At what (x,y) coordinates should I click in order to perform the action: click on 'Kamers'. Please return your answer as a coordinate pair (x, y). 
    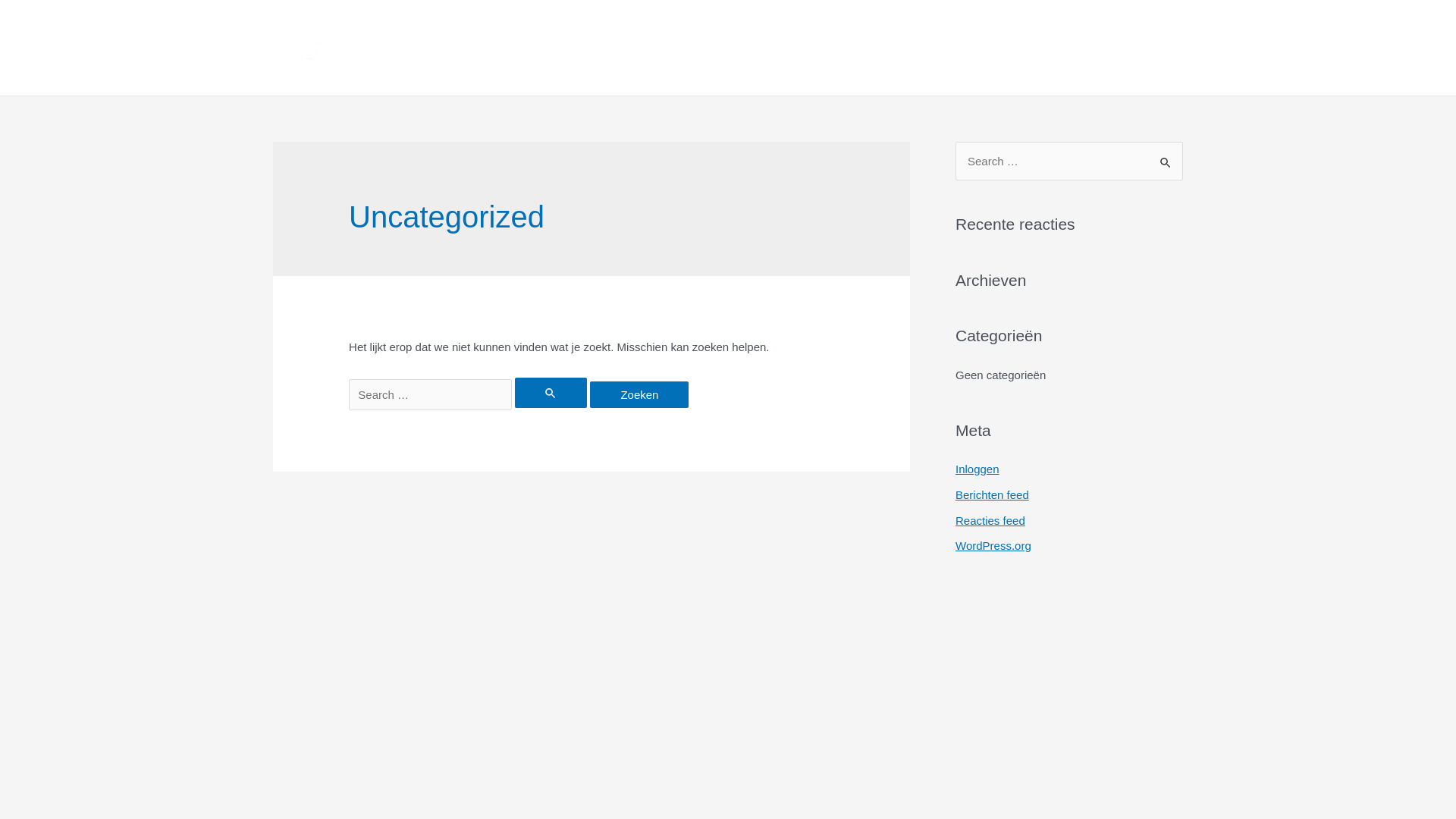
    Looking at the image, I should click on (490, 46).